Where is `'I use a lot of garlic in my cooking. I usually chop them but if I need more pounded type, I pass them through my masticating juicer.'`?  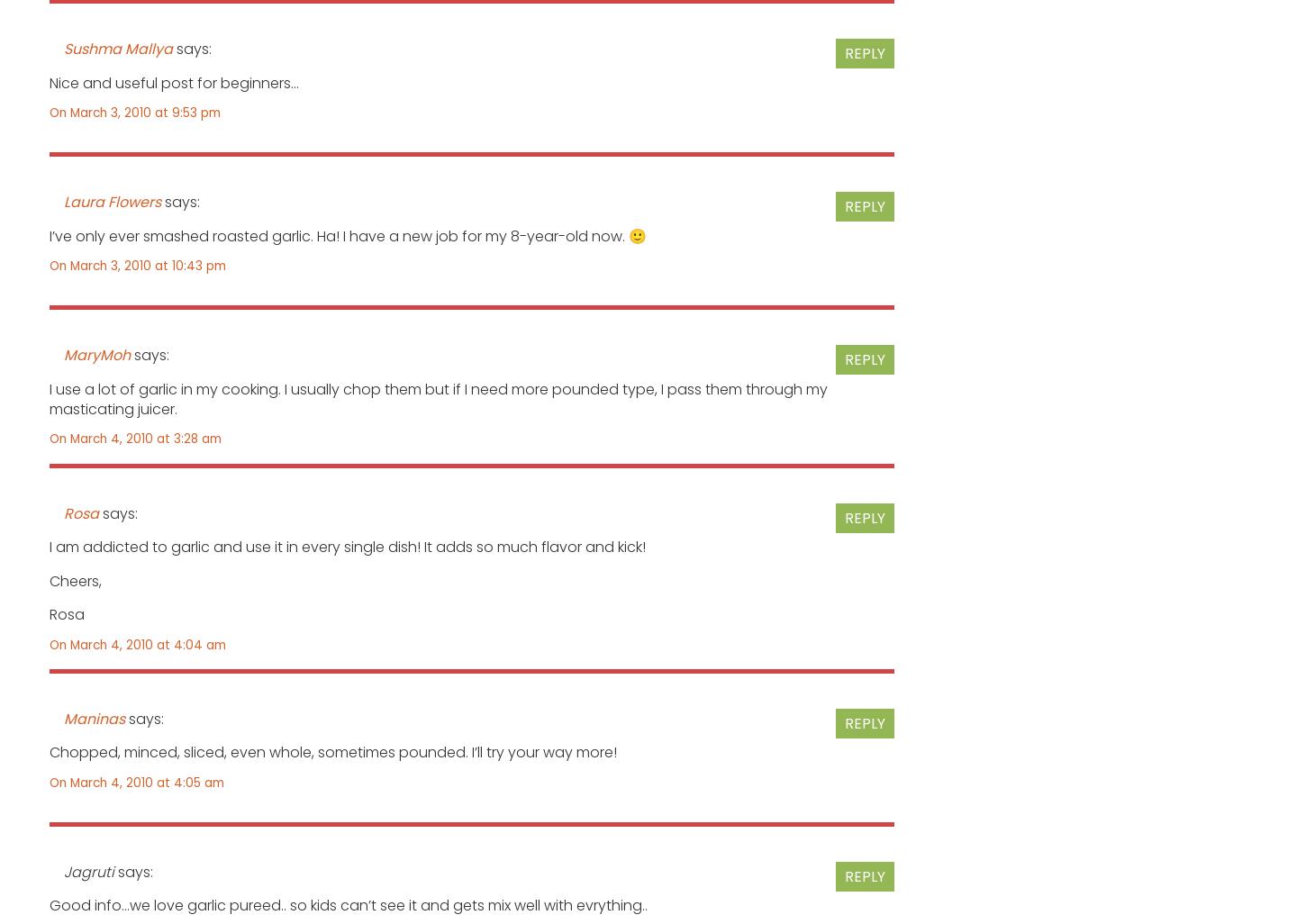
'I use a lot of garlic in my cooking. I usually chop them but if I need more pounded type, I pass them through my masticating juicer.' is located at coordinates (49, 398).